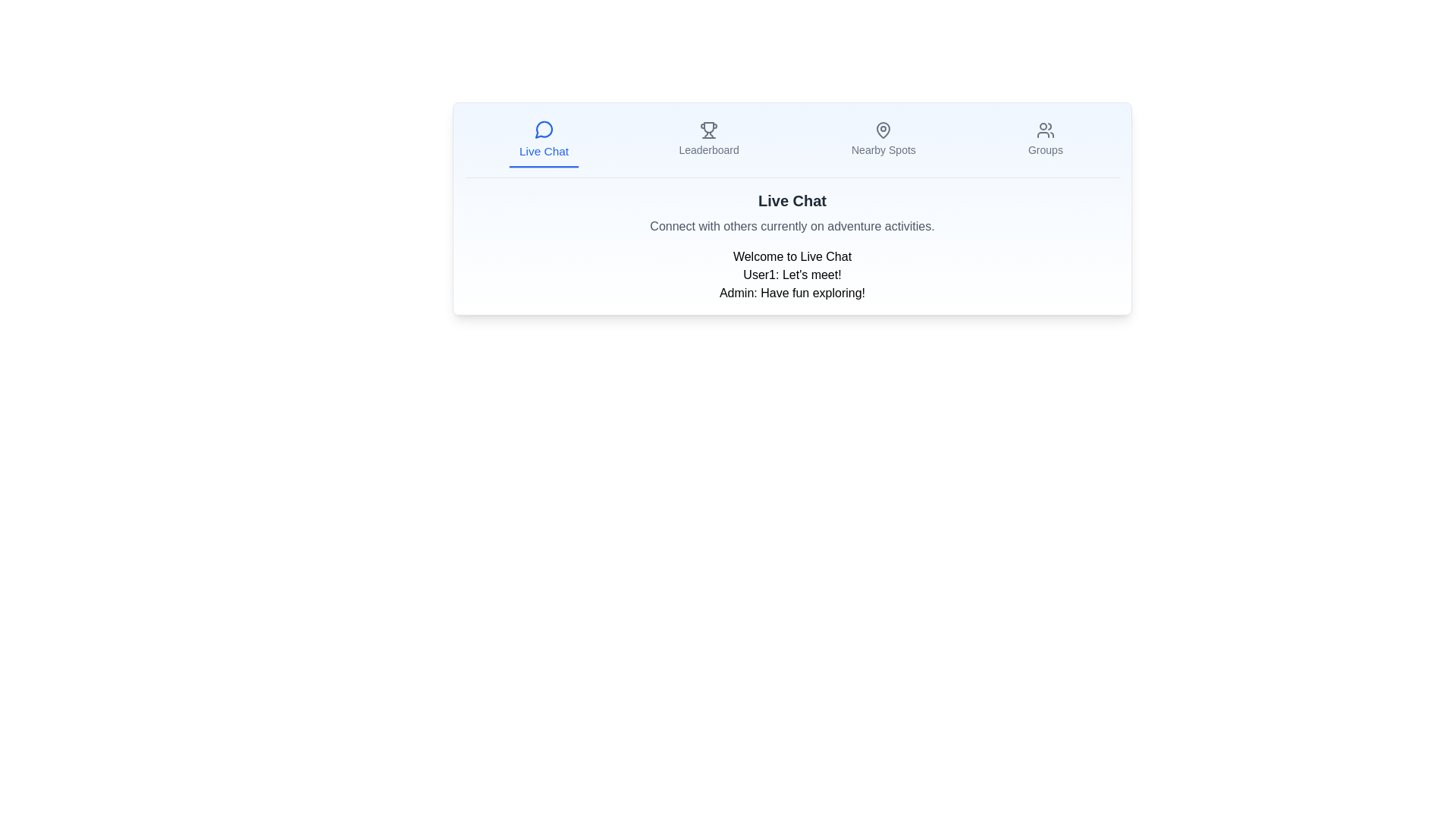 This screenshot has width=1456, height=819. Describe the element at coordinates (883, 149) in the screenshot. I see `the 'Nearby Spots' static text label in the navigation bar, which is positioned as the third item from the left` at that location.